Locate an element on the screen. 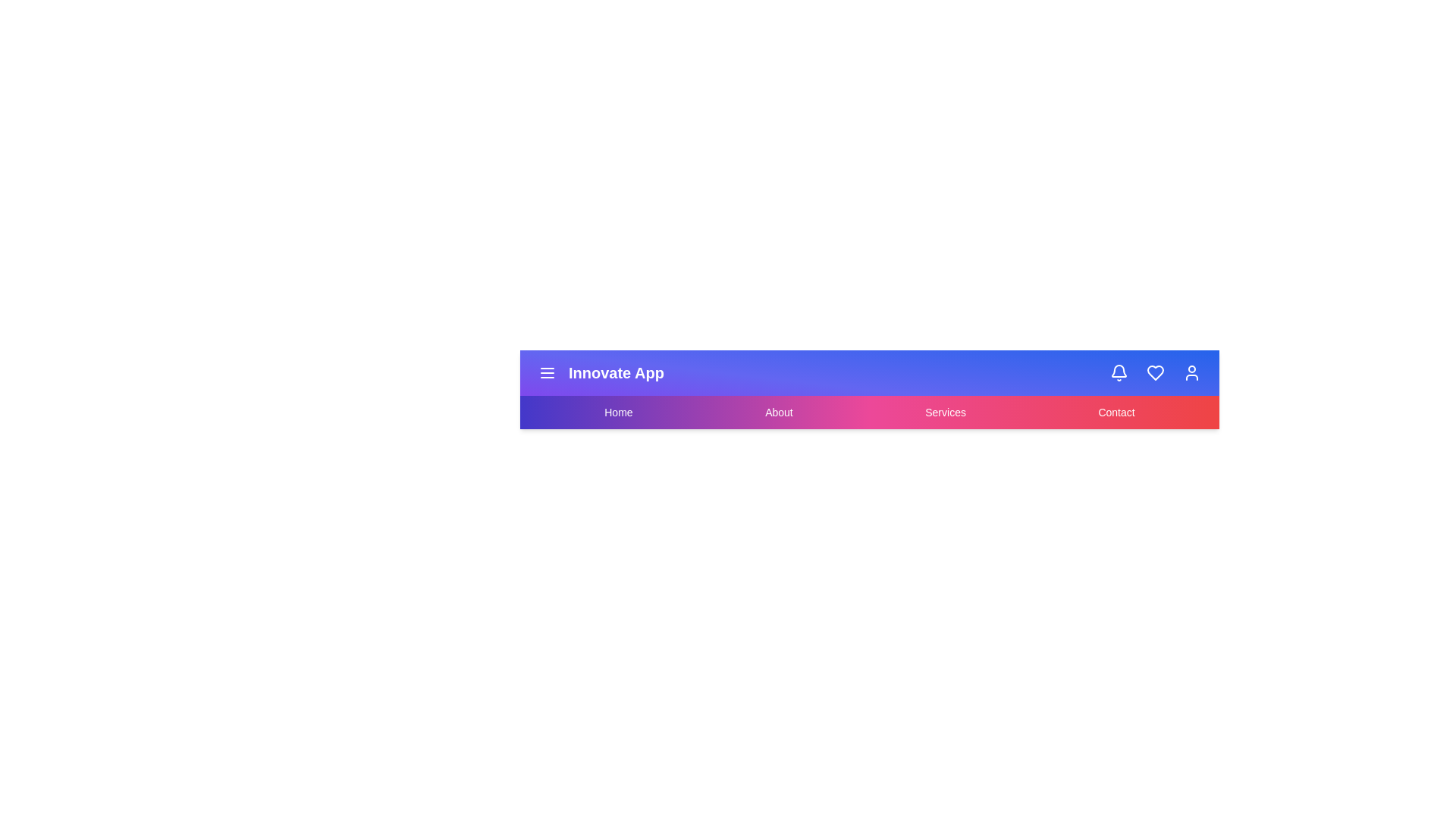 The image size is (1456, 819). the user icon in the top-right corner of the app bar is located at coordinates (1191, 373).